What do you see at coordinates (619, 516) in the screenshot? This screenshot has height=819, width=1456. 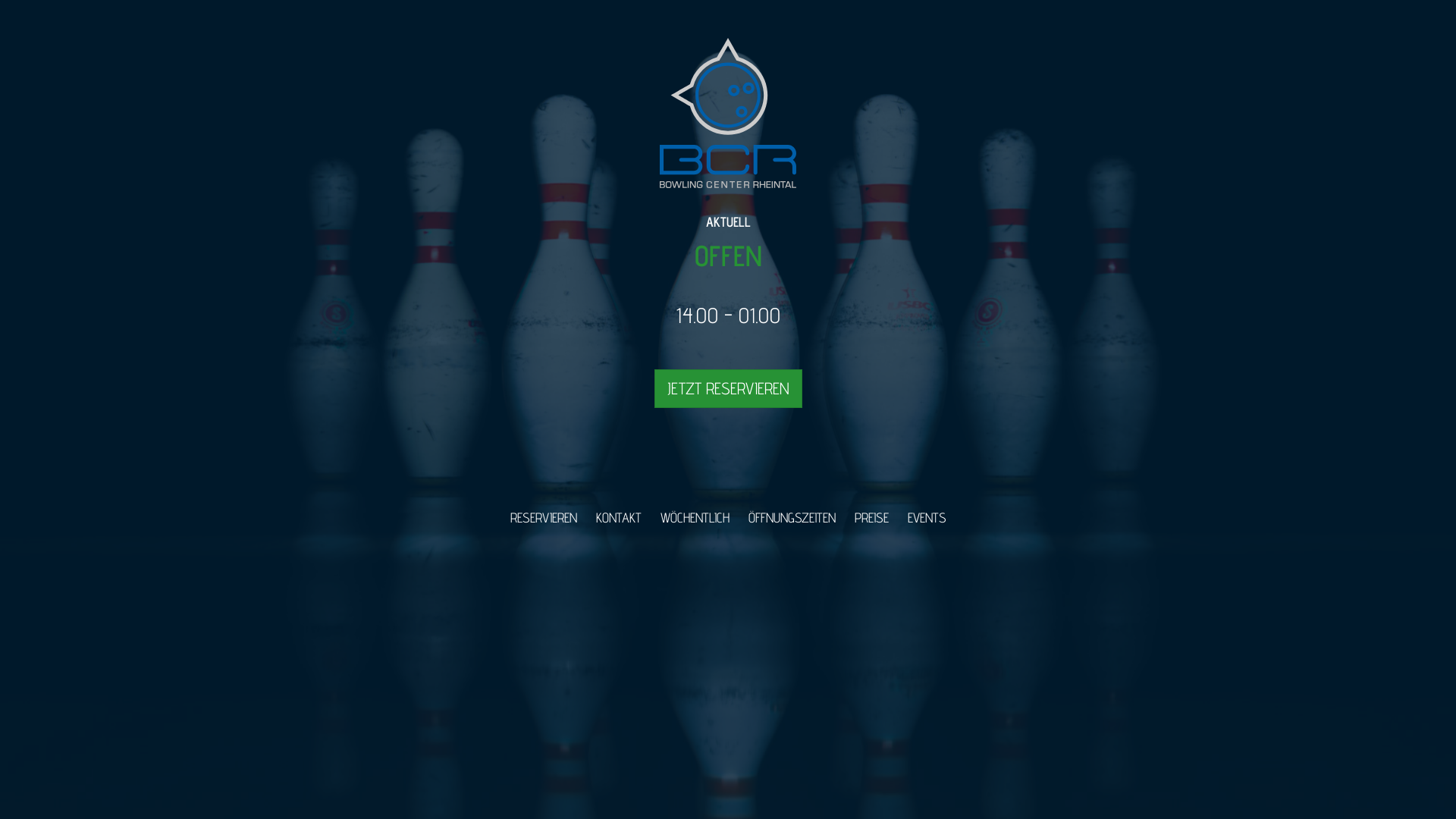 I see `'KONTAKT'` at bounding box center [619, 516].